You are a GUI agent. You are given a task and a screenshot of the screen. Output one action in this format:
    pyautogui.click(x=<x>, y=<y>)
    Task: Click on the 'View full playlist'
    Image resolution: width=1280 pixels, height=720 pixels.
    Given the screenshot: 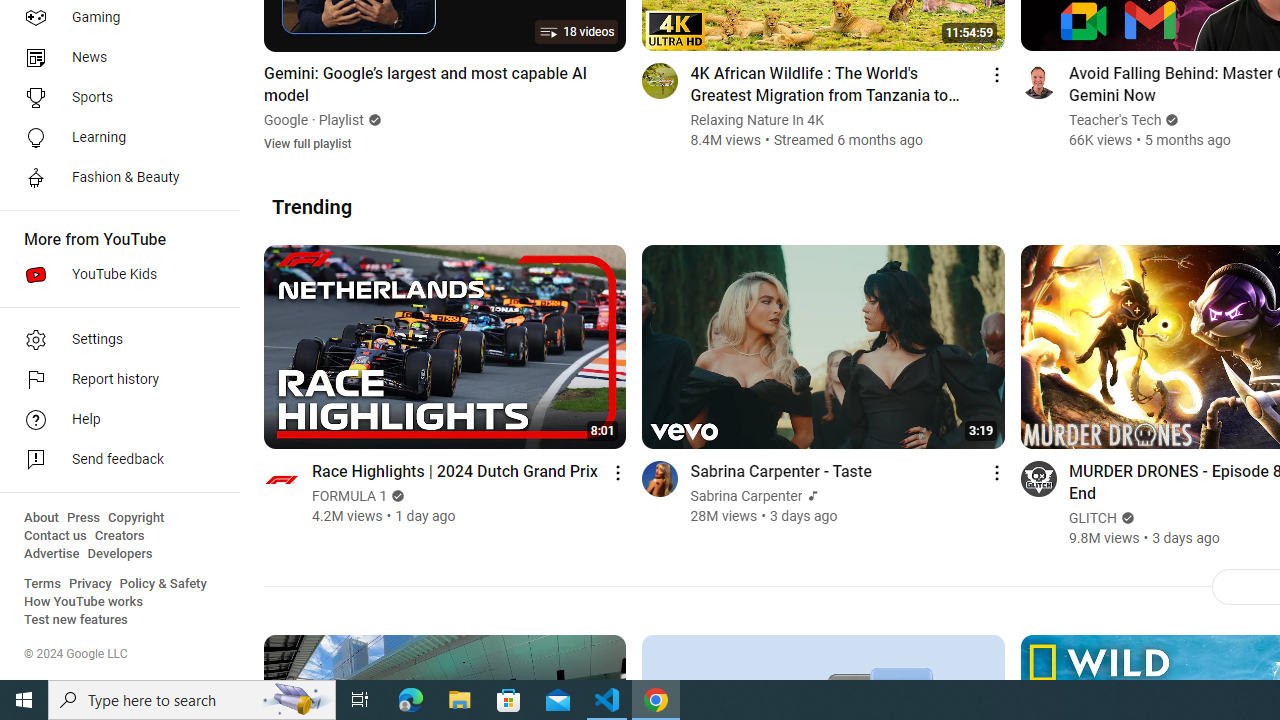 What is the action you would take?
    pyautogui.click(x=306, y=142)
    